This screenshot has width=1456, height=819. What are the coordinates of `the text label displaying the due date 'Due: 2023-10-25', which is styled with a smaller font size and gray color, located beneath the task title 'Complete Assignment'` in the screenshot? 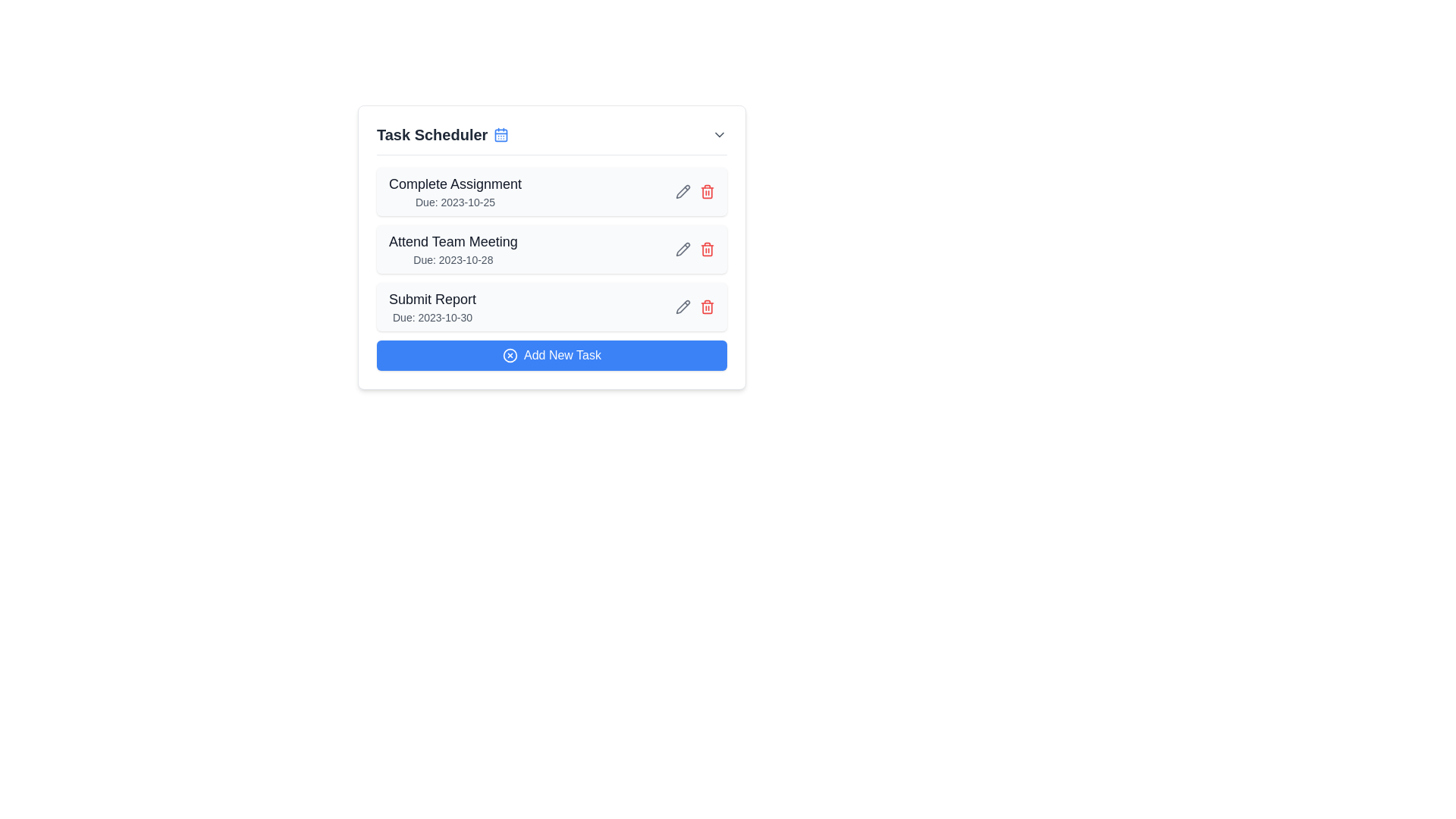 It's located at (454, 201).